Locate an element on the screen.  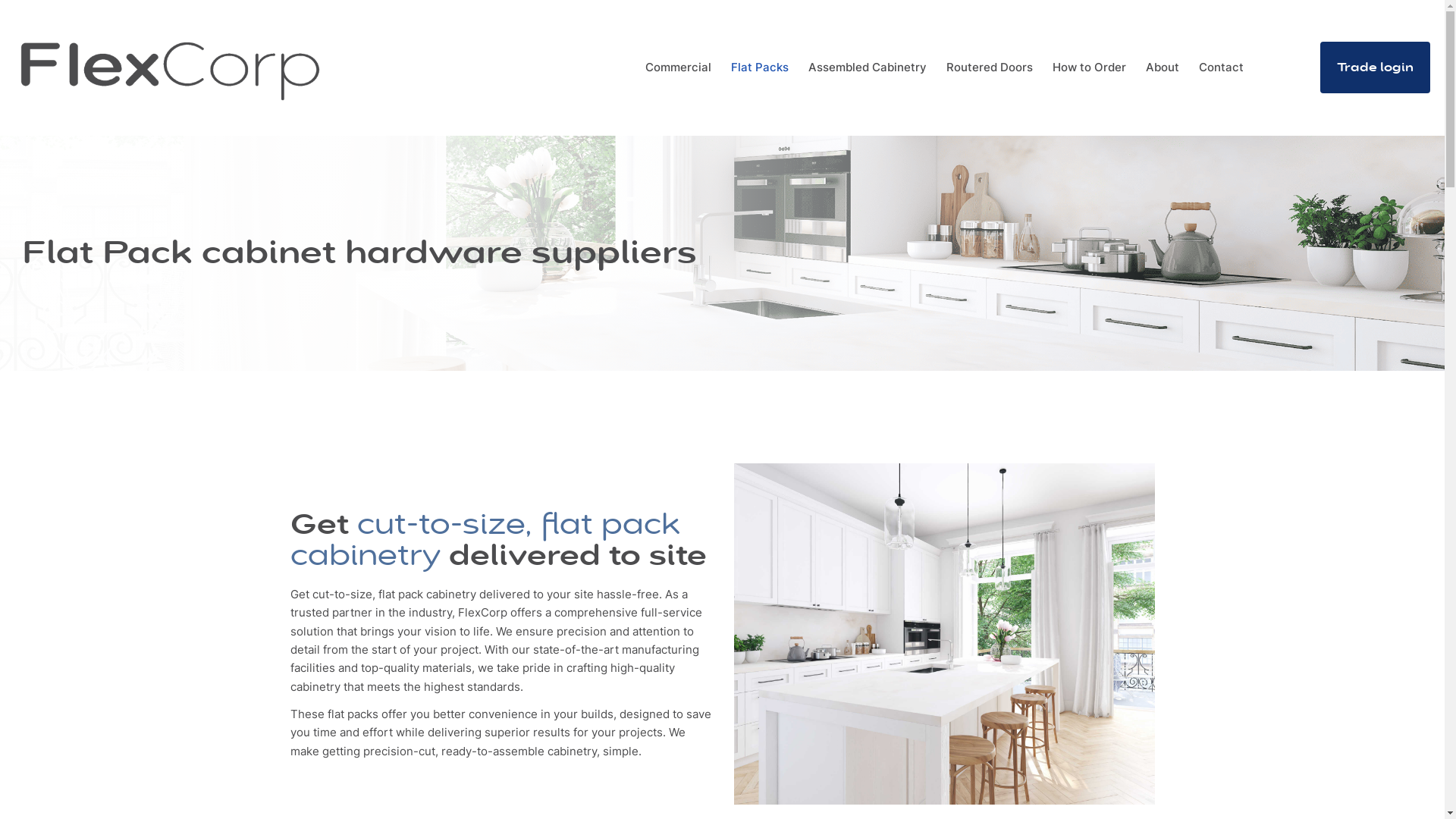
'Commercial' is located at coordinates (677, 66).